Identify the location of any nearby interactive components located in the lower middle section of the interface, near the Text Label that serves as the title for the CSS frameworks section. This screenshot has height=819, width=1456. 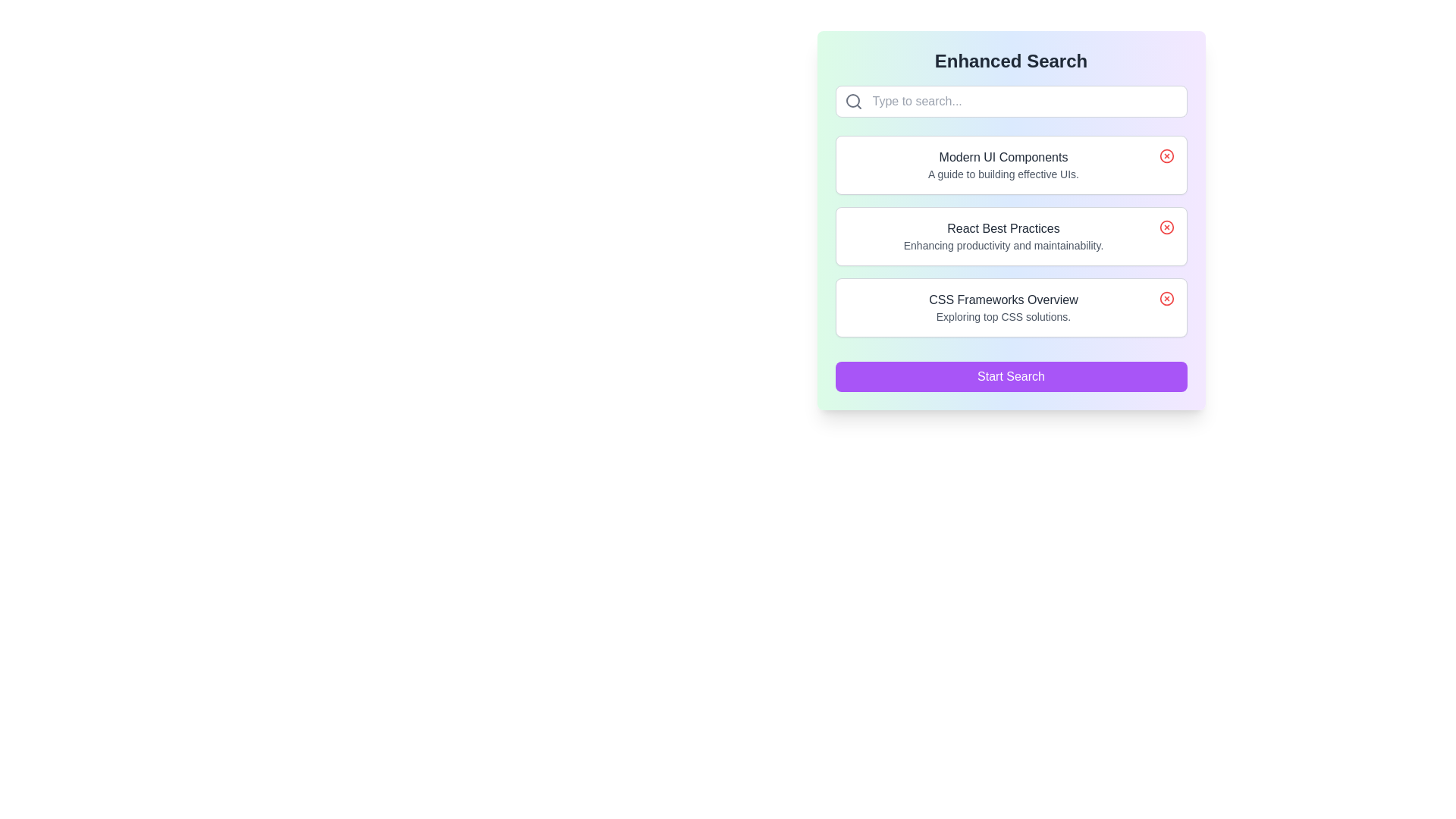
(1003, 300).